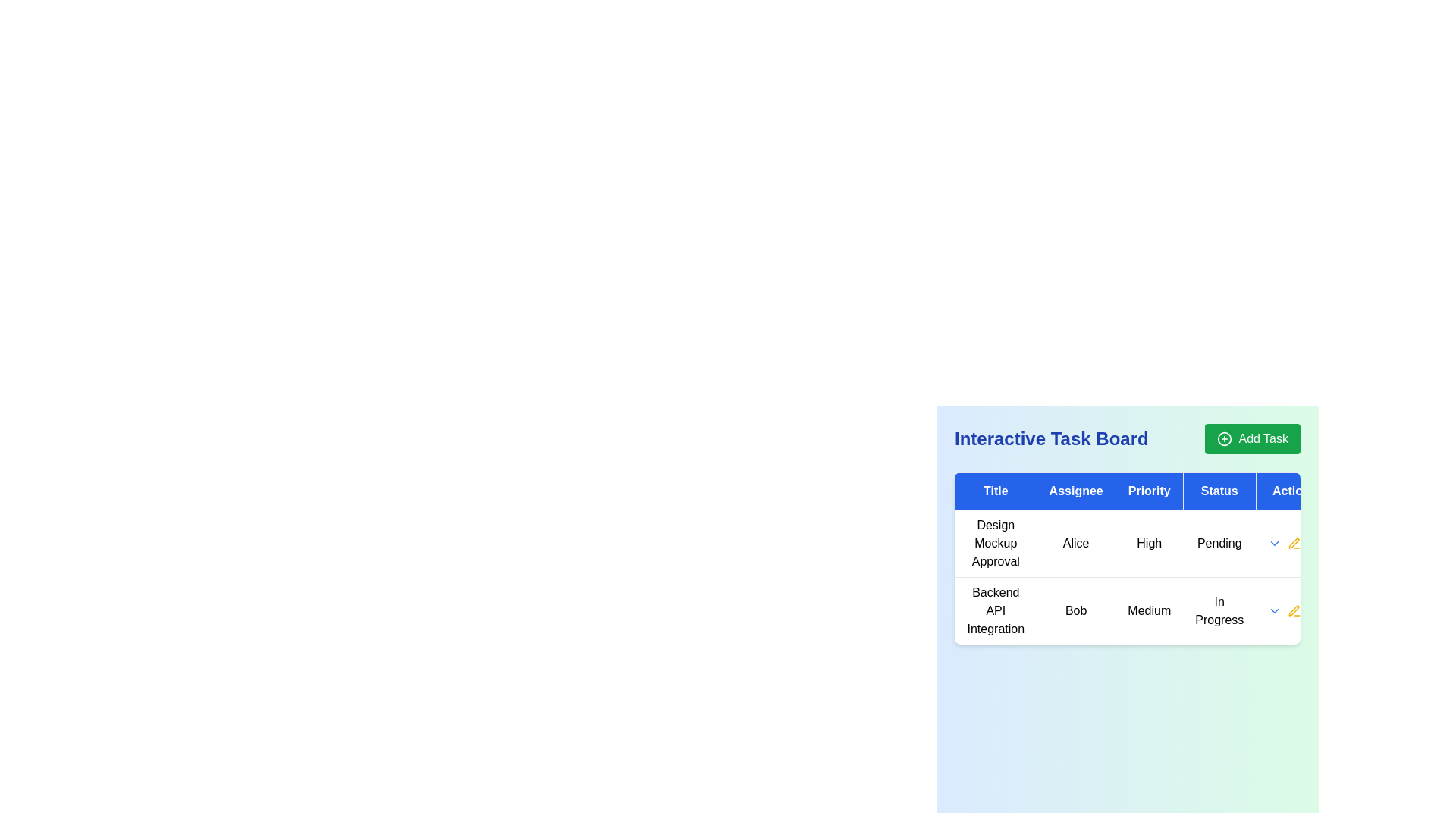  Describe the element at coordinates (1294, 491) in the screenshot. I see `the 'Actions' table header, which is a text label with a blue background and white text, located at the rightmost part of the header row` at that location.